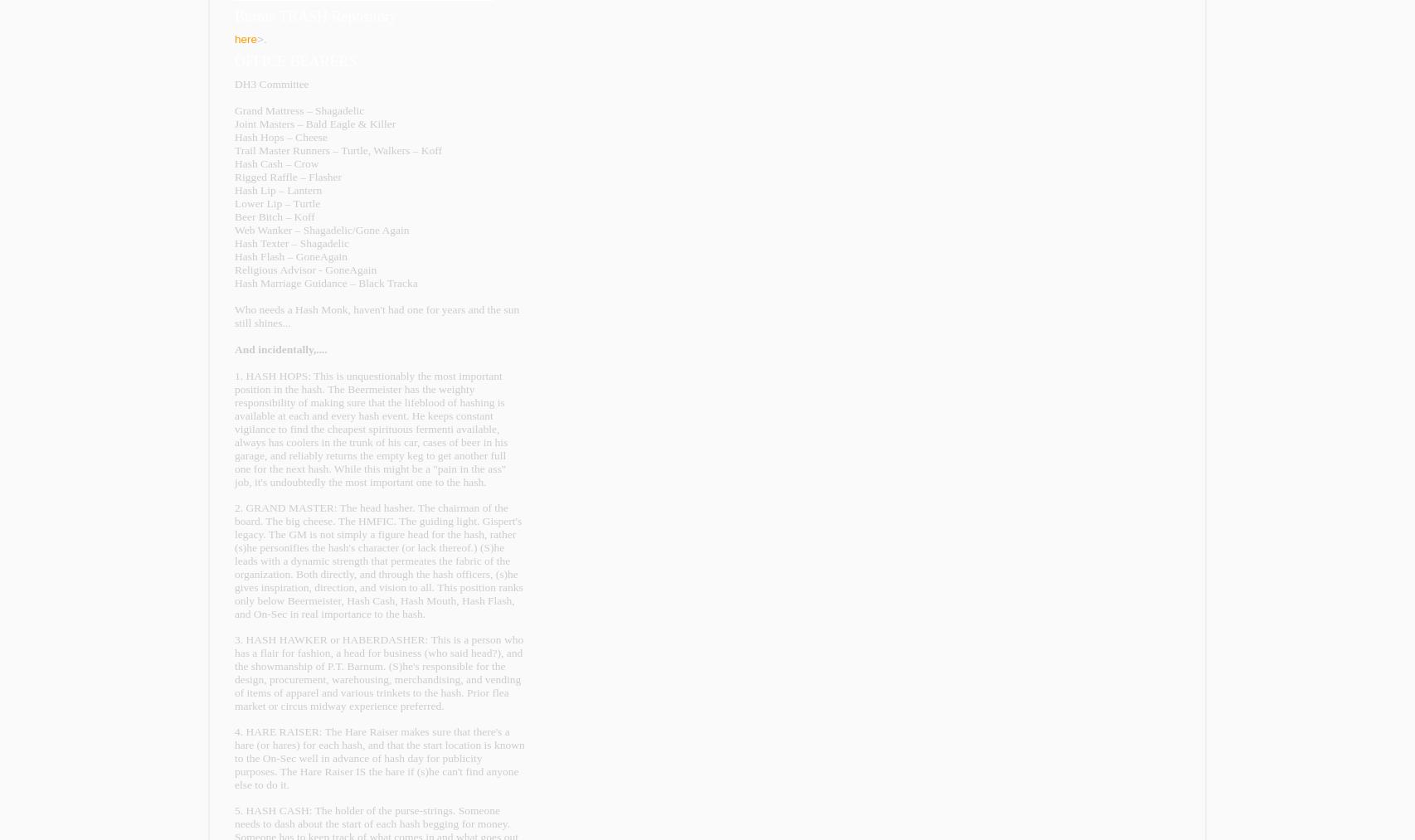  I want to click on 'Hash Lip – Lantern', so click(278, 189).